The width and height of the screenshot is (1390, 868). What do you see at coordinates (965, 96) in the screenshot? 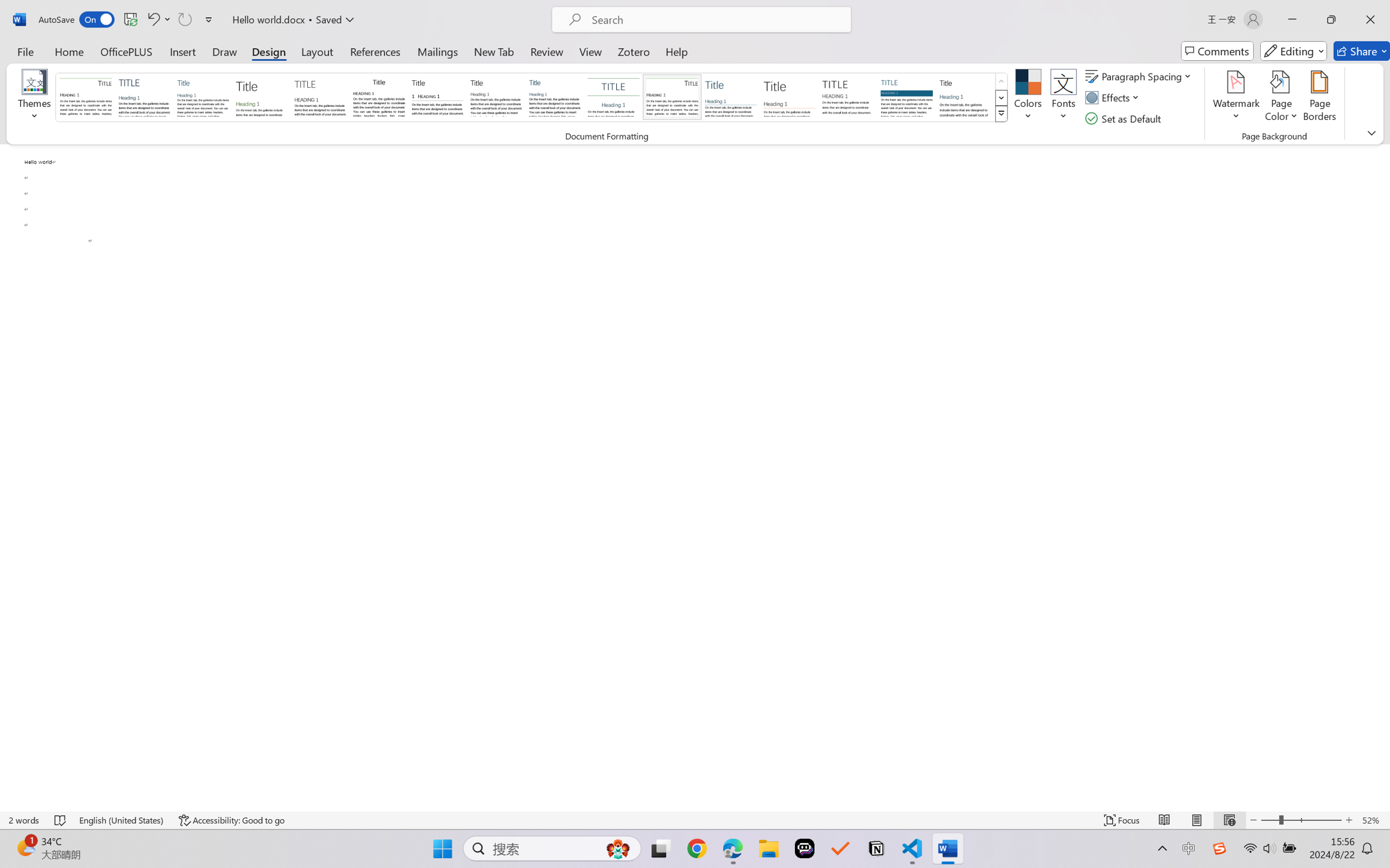
I see `'Word'` at bounding box center [965, 96].